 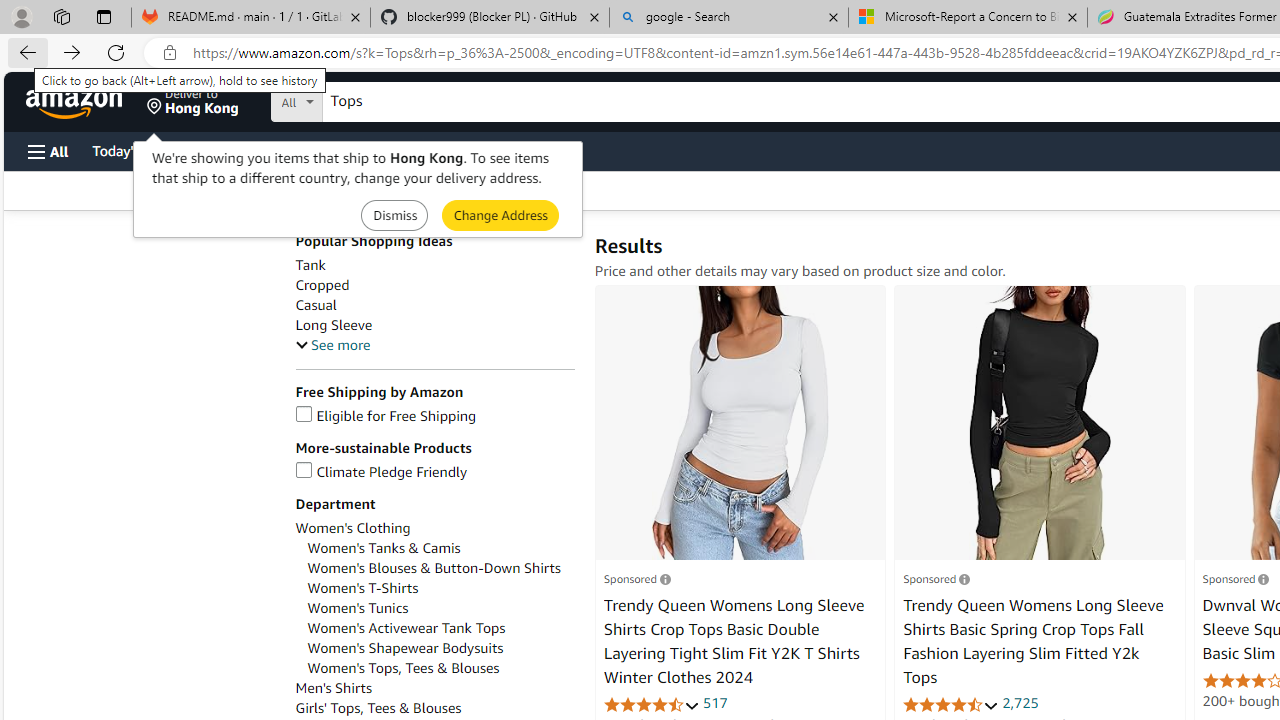 I want to click on '517', so click(x=715, y=702).